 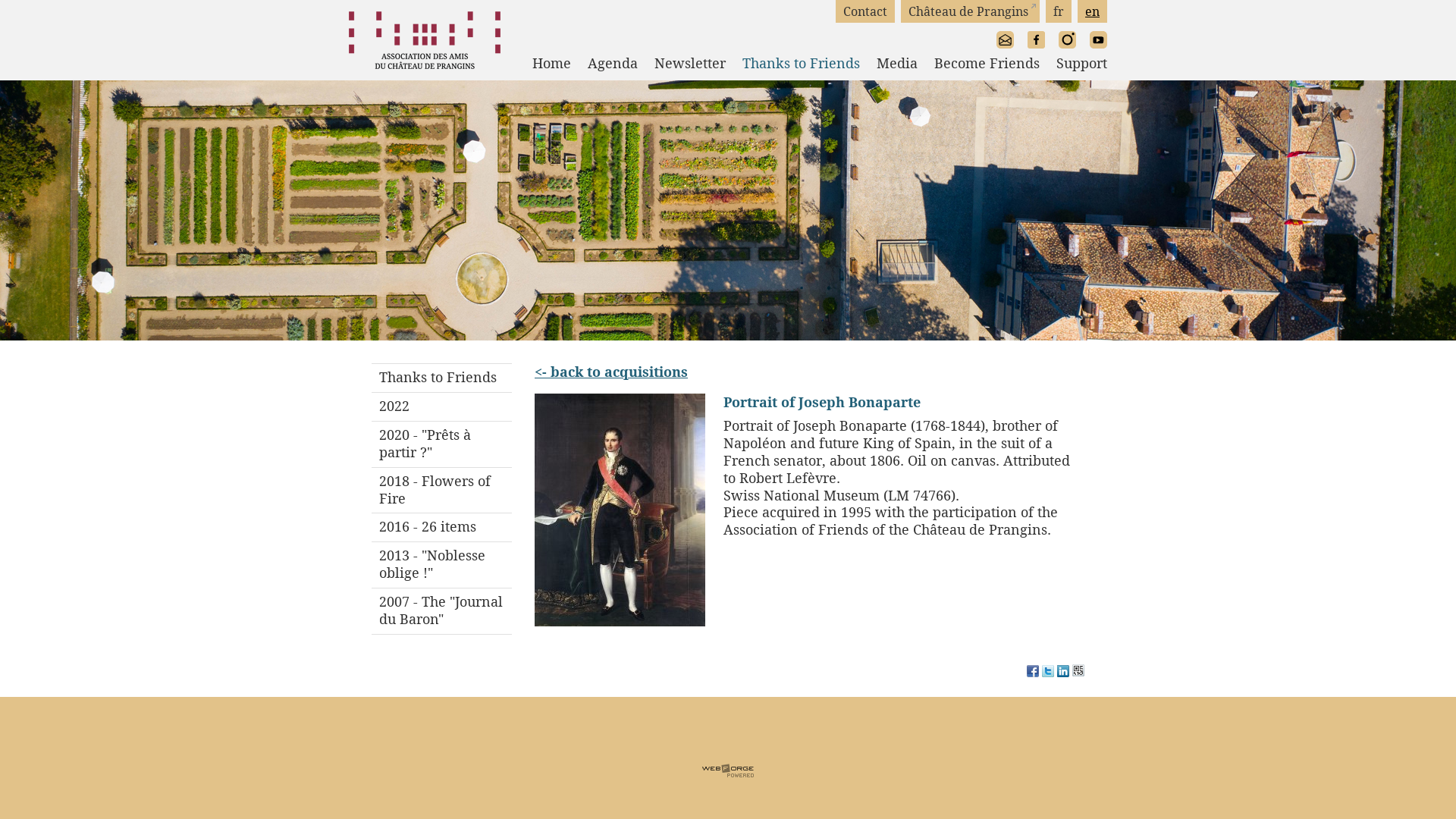 I want to click on 'Partager sur LinkedIn', so click(x=1062, y=672).